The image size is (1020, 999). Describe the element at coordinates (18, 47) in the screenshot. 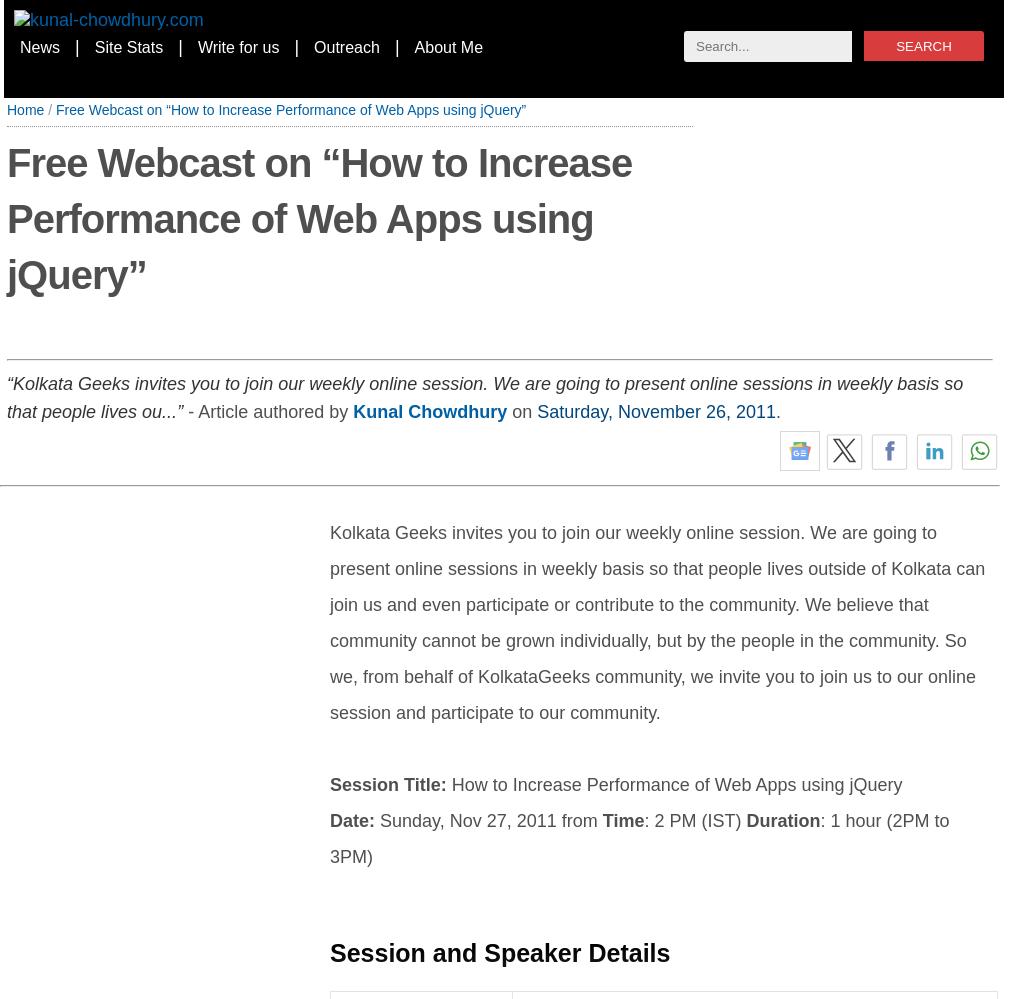

I see `'News'` at that location.